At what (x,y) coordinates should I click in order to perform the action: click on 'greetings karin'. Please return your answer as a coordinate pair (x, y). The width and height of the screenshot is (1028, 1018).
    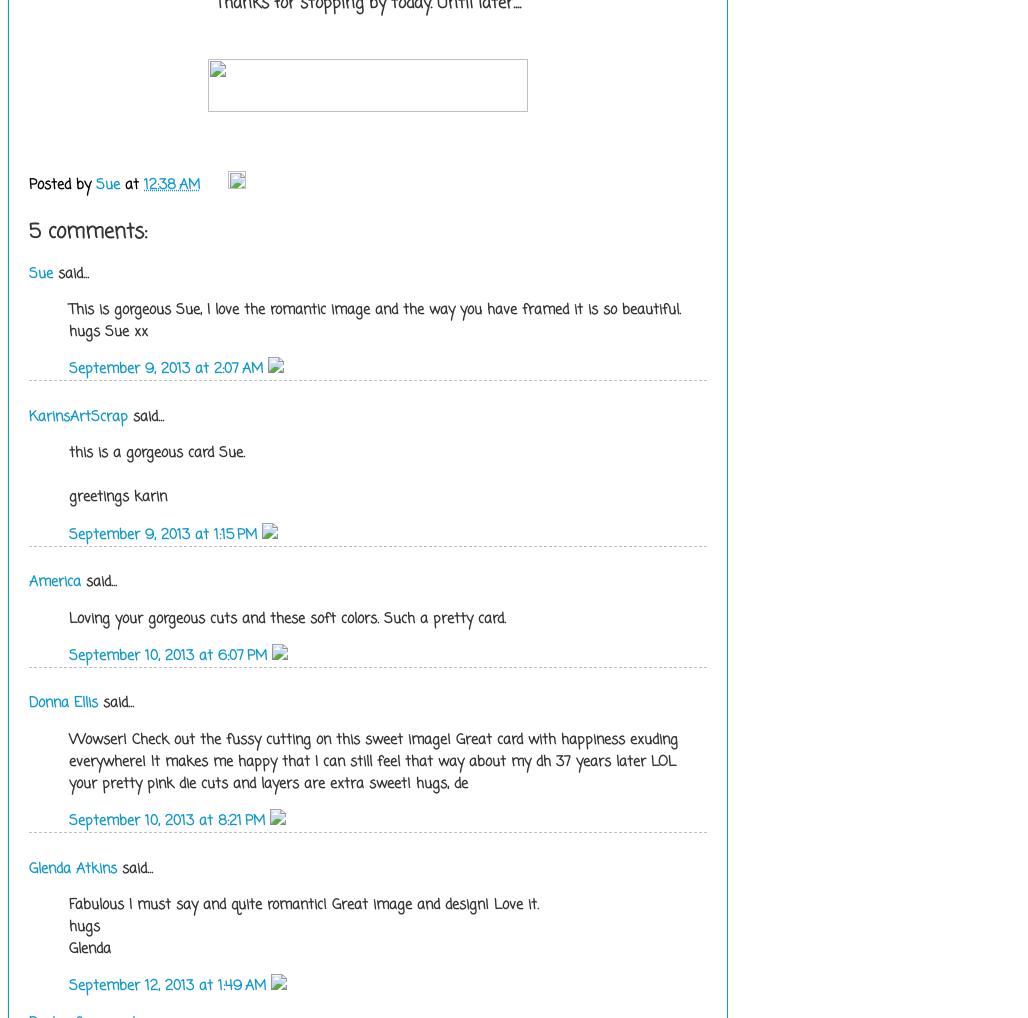
    Looking at the image, I should click on (117, 496).